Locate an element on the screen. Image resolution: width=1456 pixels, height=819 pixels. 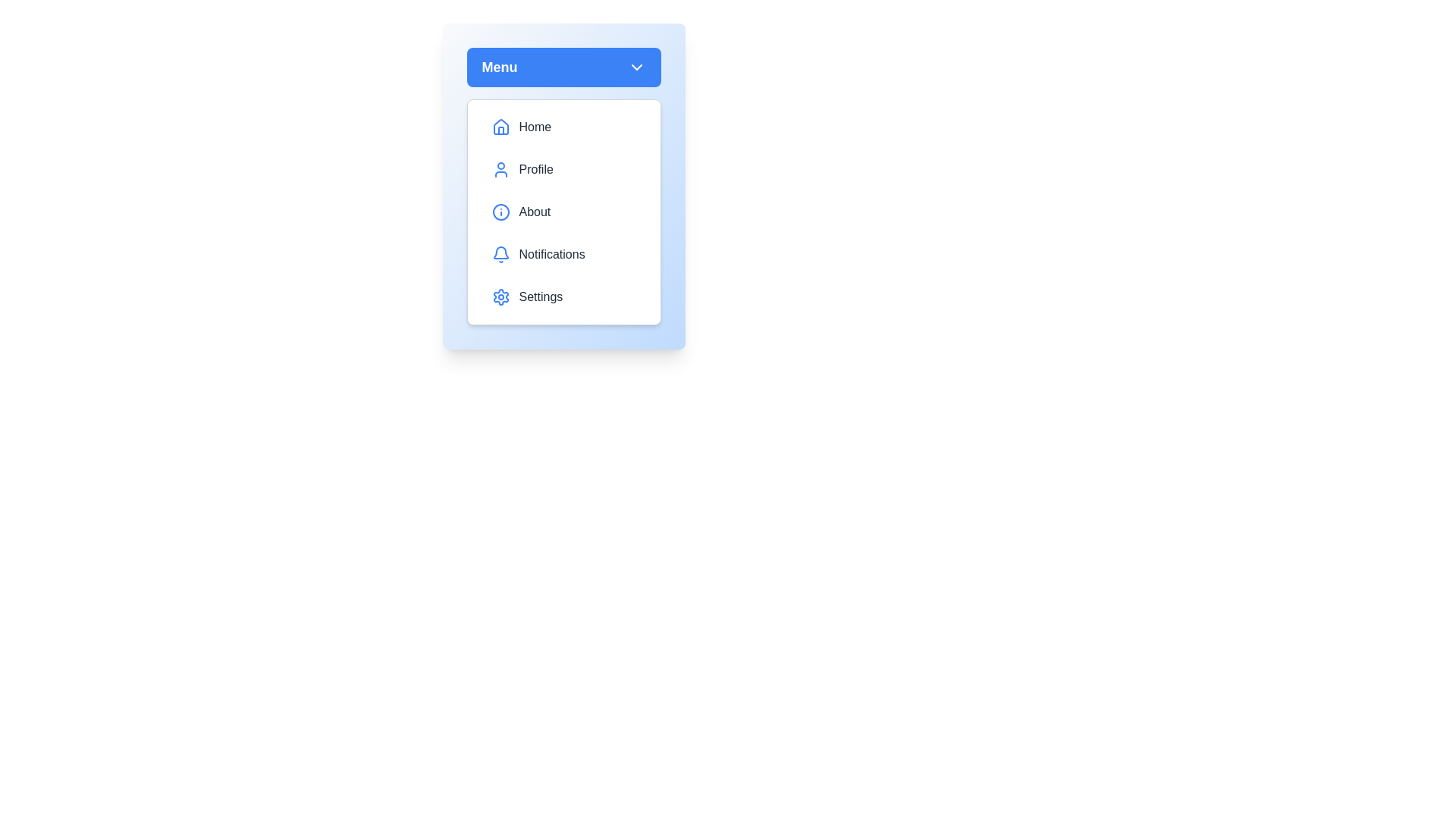
the menu item Notifications from the menu is located at coordinates (563, 253).